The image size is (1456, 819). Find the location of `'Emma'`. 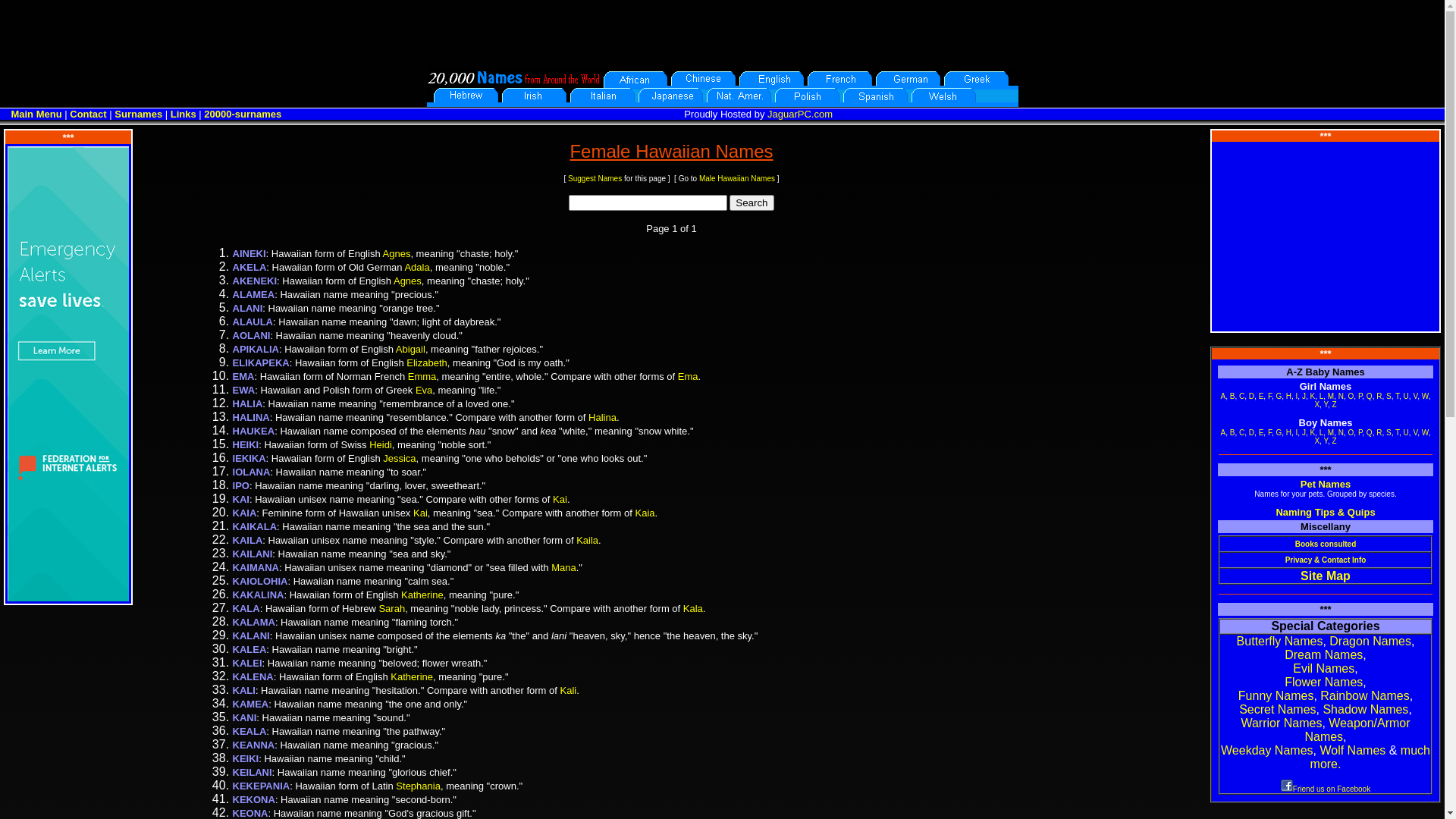

'Emma' is located at coordinates (422, 375).